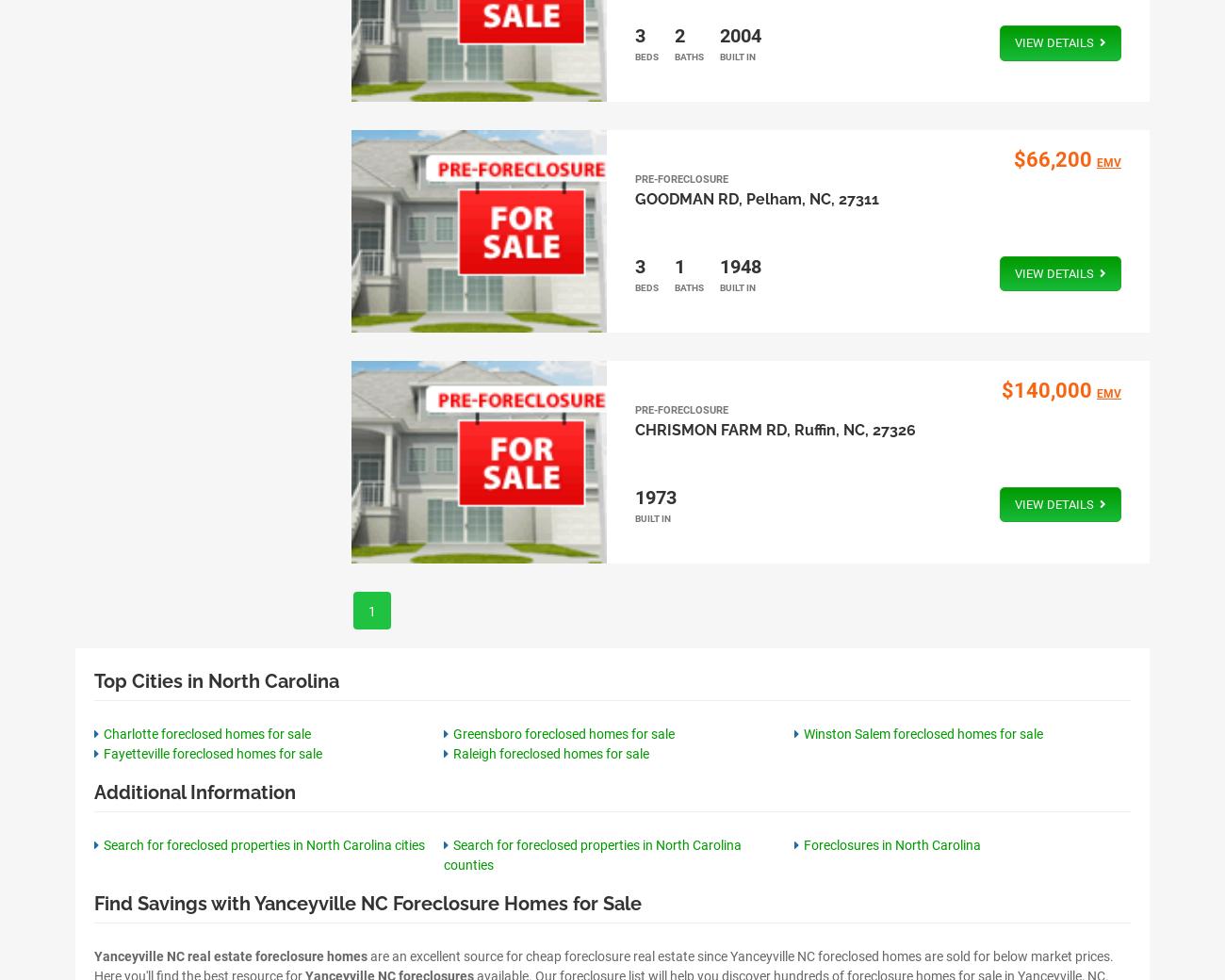  I want to click on 'Top Cities in North Carolina', so click(215, 679).